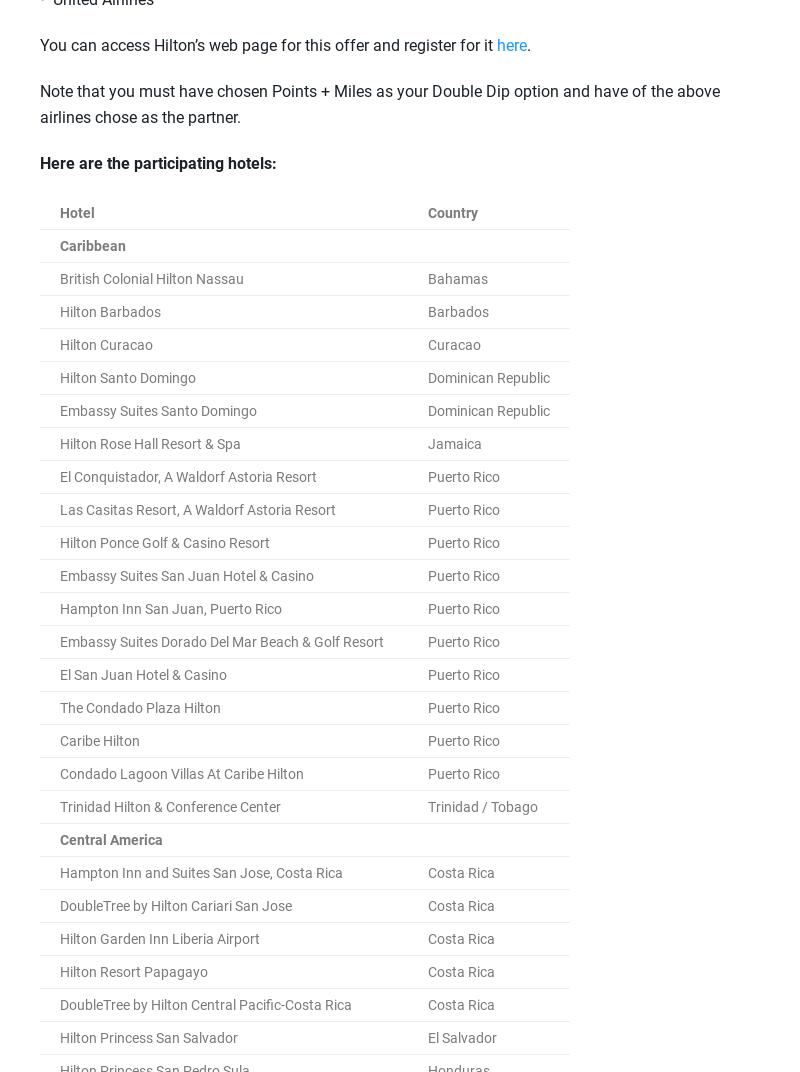  What do you see at coordinates (186, 574) in the screenshot?
I see `'Embassy Suites San Juan Hotel & Casino'` at bounding box center [186, 574].